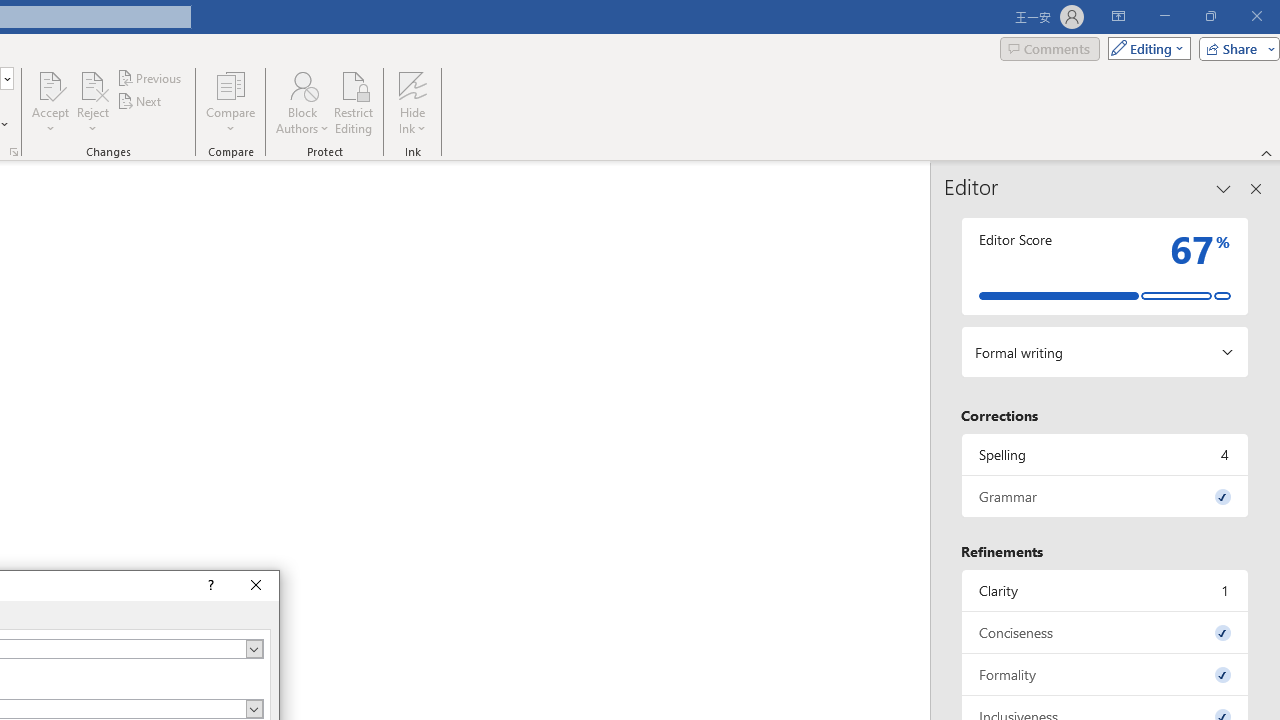  I want to click on 'Editing', so click(1144, 47).